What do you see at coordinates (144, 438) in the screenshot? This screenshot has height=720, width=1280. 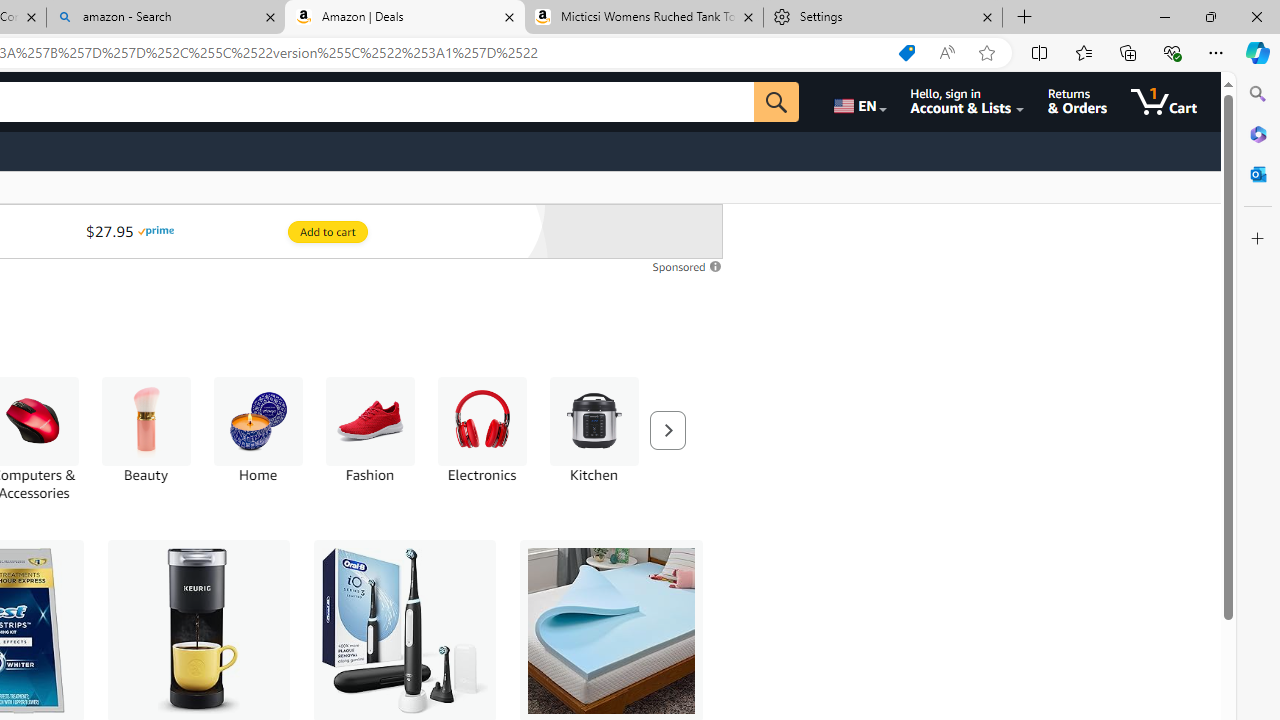 I see `'Beauty'` at bounding box center [144, 438].